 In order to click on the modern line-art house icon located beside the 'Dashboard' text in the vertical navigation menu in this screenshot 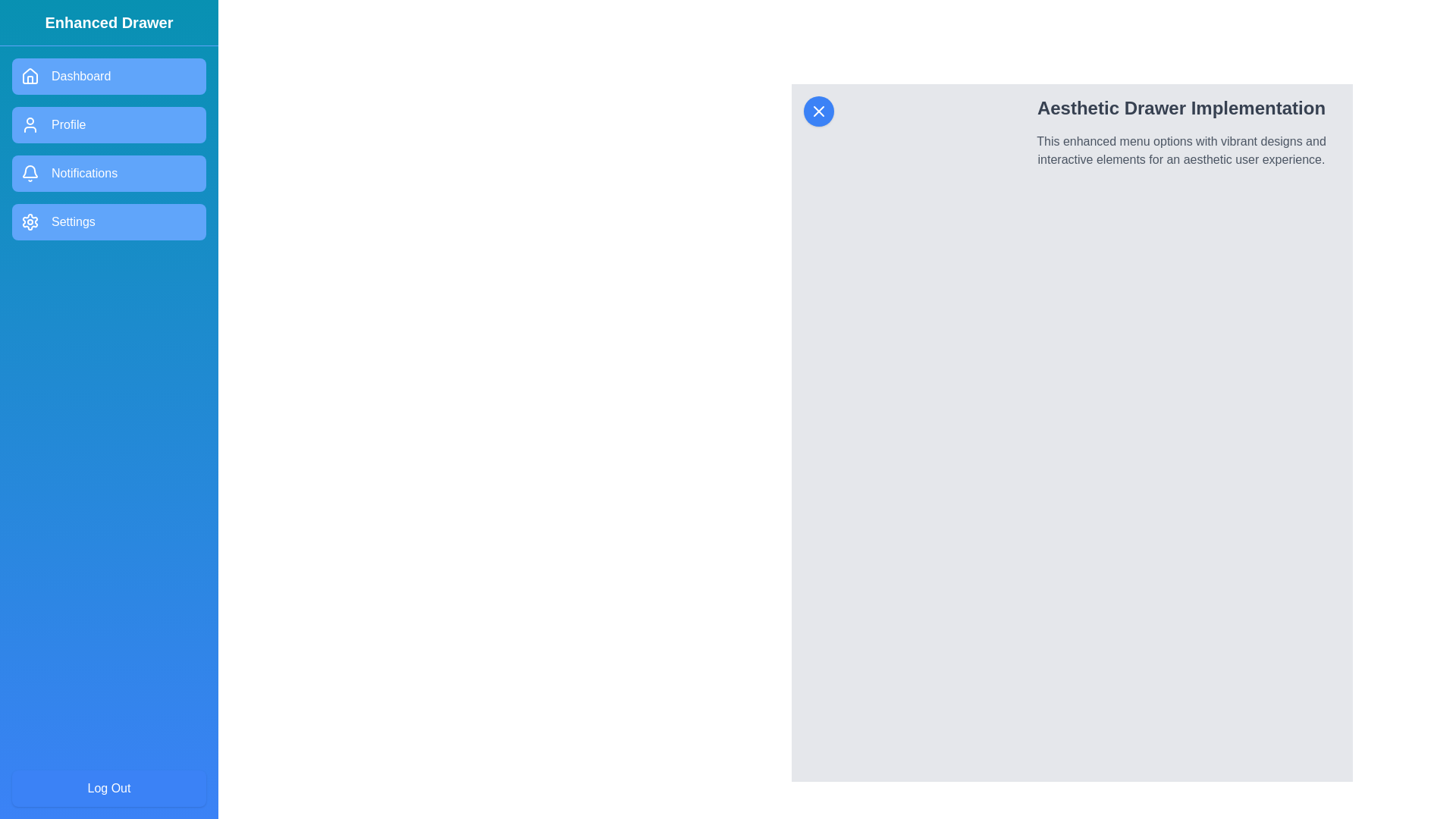, I will do `click(30, 76)`.